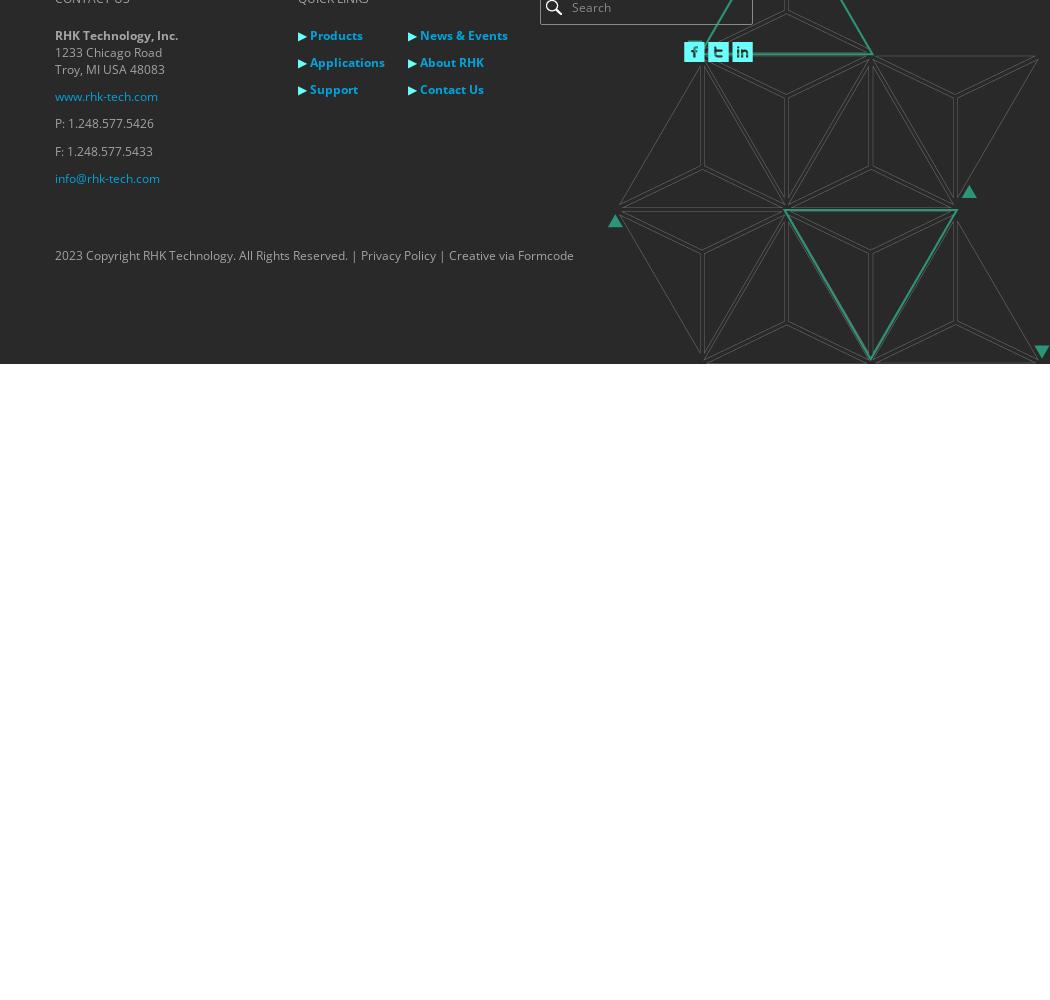 The height and width of the screenshot is (1000, 1050). I want to click on '1233 Chicago Road', so click(108, 52).